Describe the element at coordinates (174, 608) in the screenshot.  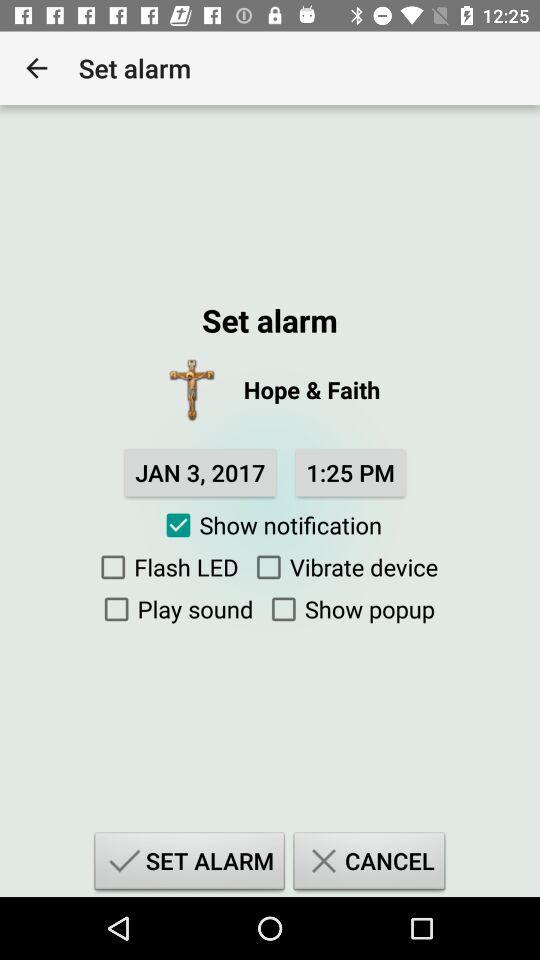
I see `item next to show popup` at that location.